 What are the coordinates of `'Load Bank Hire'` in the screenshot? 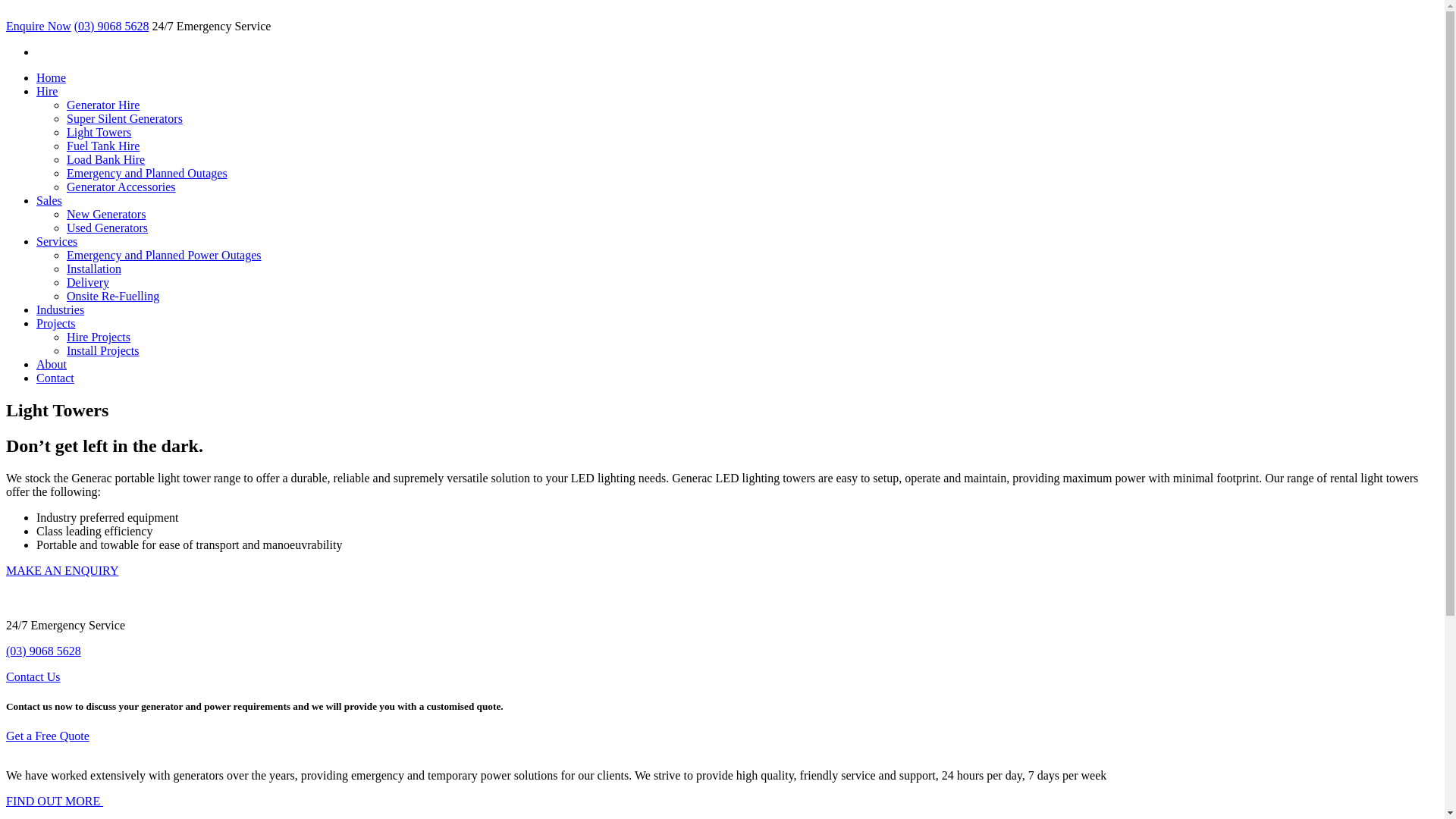 It's located at (105, 159).